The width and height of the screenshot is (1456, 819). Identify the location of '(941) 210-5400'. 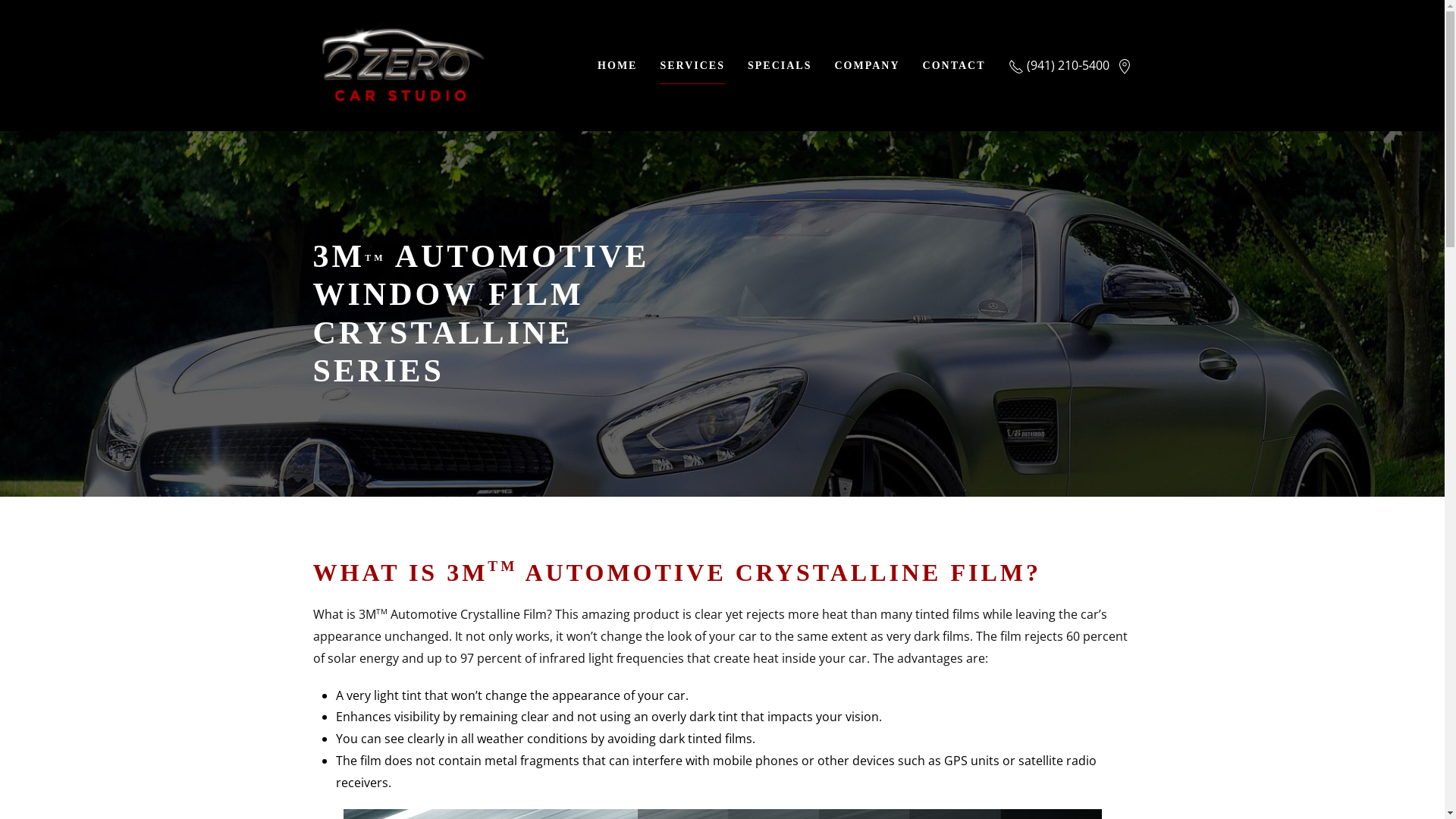
(1008, 64).